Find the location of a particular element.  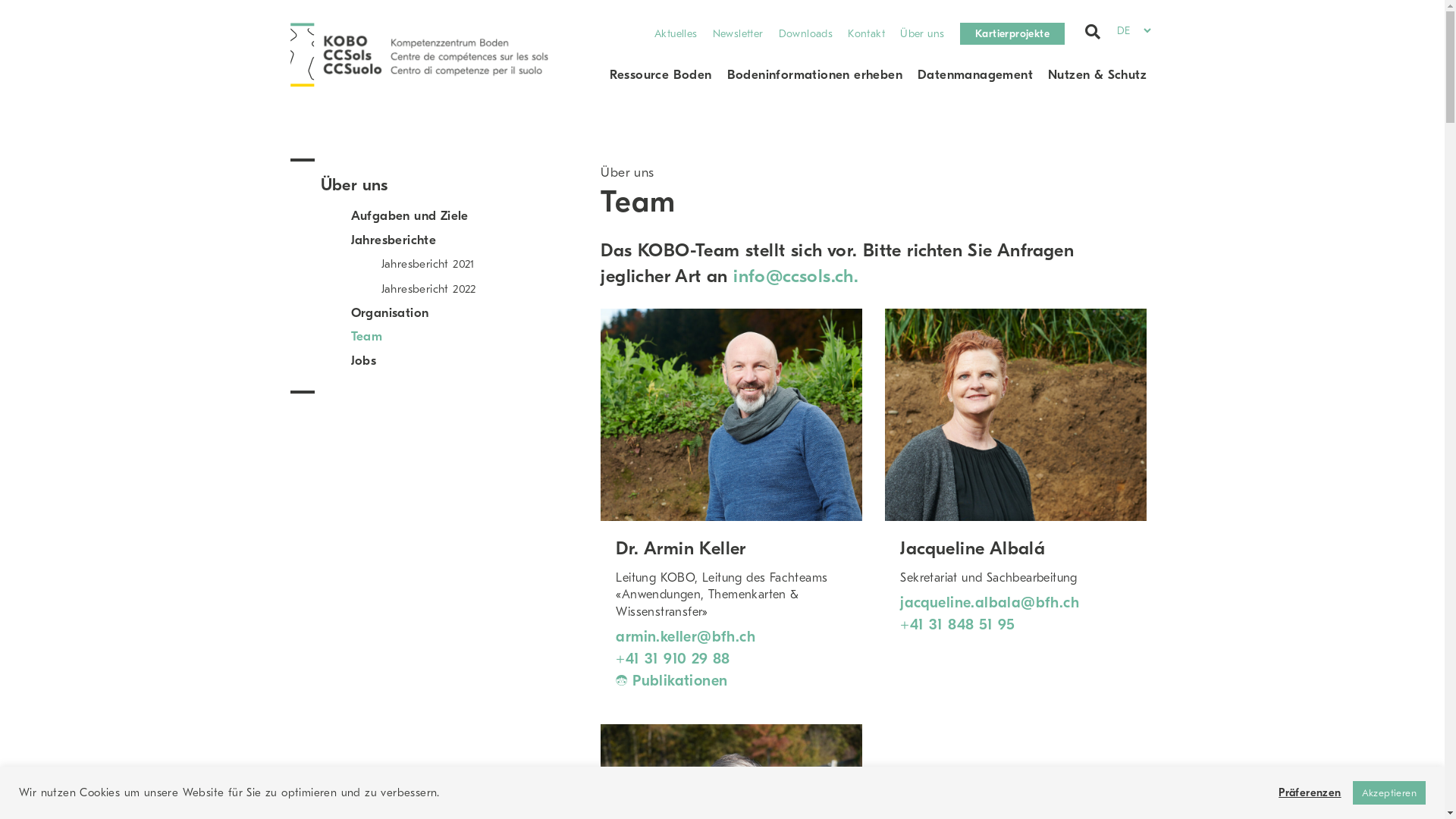

'Aktuelles' is located at coordinates (675, 33).